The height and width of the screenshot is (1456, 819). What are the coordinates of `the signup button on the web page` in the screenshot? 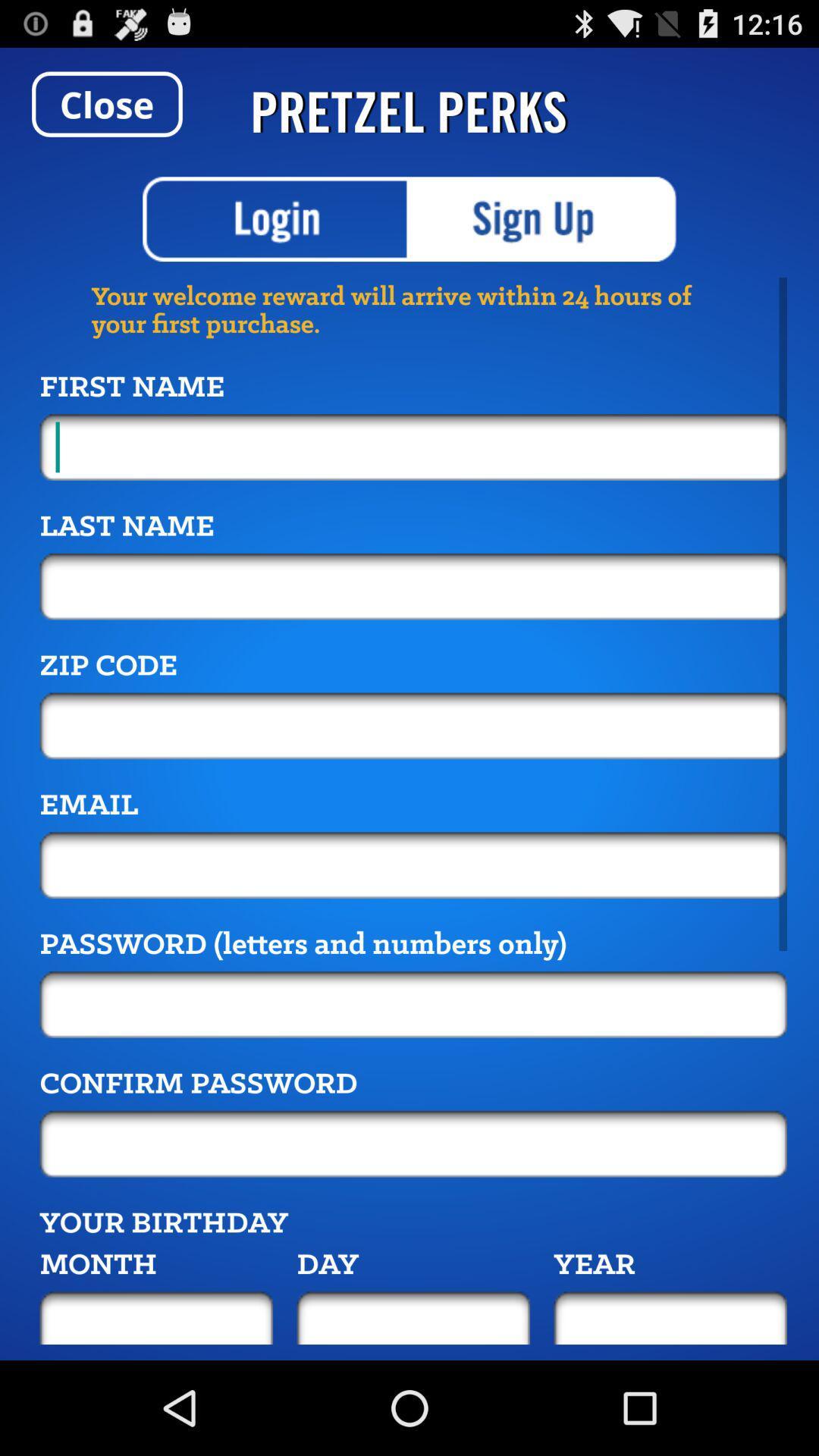 It's located at (543, 218).